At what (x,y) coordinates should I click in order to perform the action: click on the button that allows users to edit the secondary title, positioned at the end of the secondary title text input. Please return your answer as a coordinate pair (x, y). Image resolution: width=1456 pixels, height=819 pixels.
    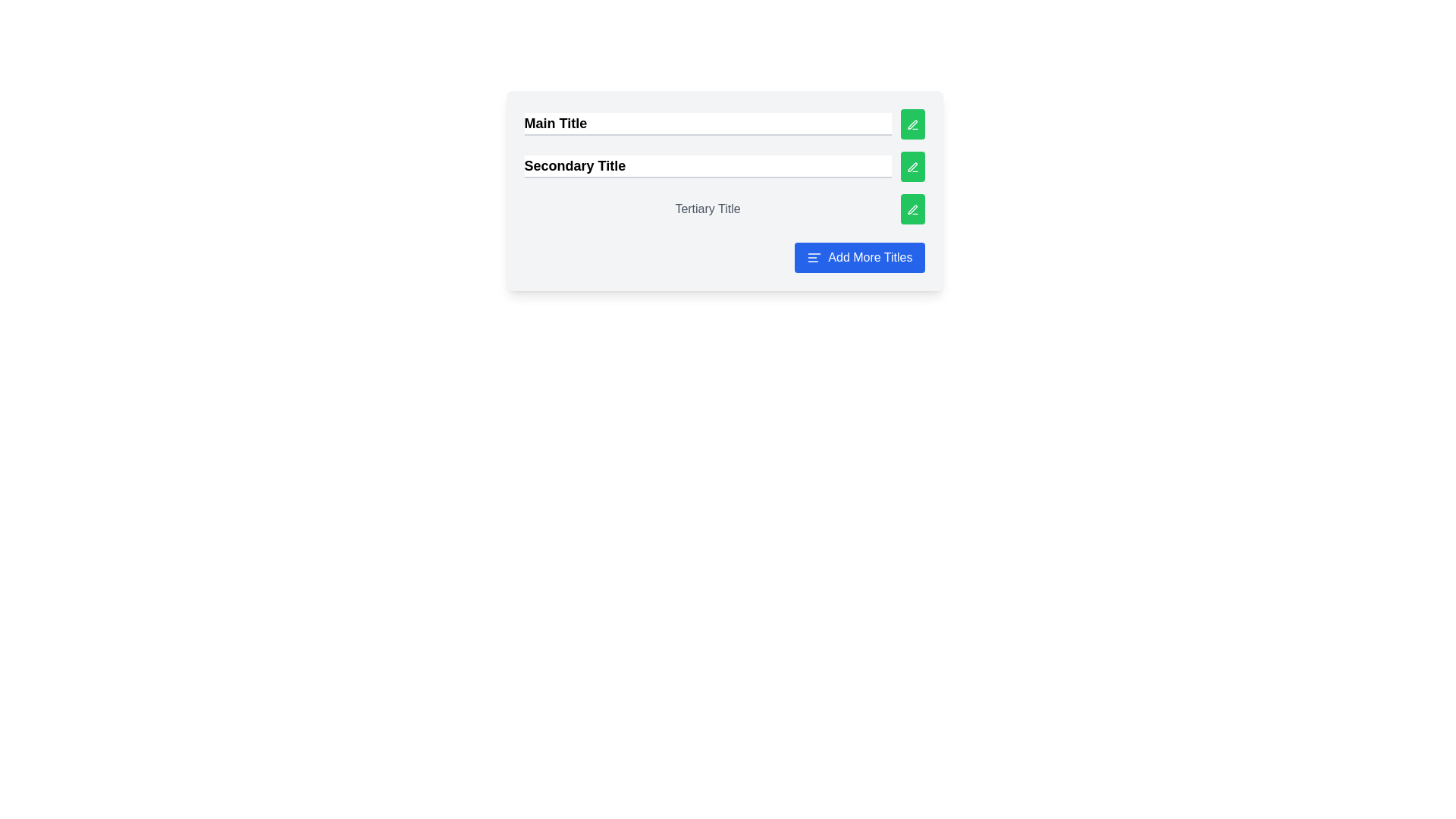
    Looking at the image, I should click on (912, 166).